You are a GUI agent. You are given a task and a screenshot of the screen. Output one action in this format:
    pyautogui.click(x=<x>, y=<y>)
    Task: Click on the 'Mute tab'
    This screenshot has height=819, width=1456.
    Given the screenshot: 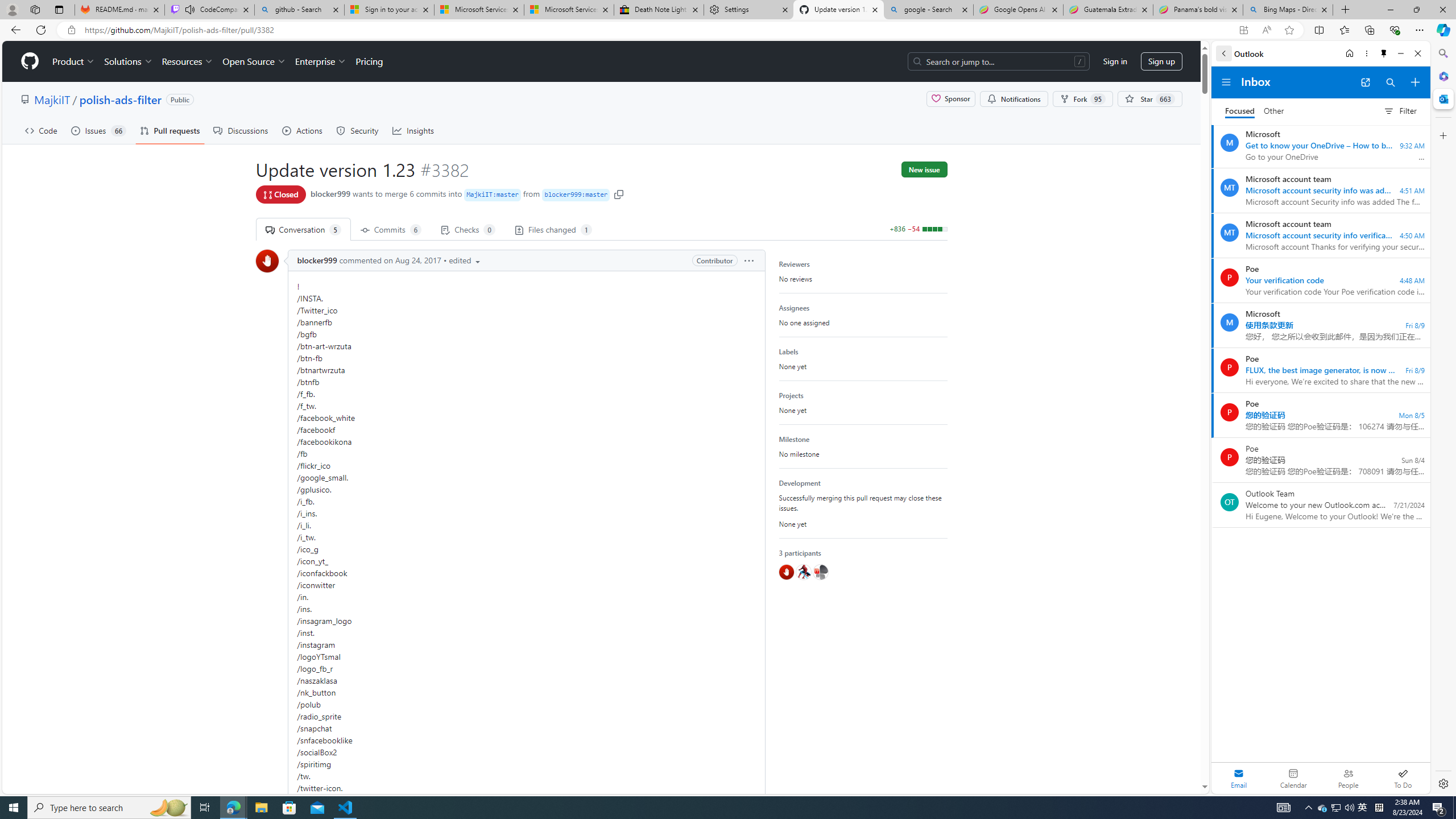 What is the action you would take?
    pyautogui.click(x=190, y=9)
    